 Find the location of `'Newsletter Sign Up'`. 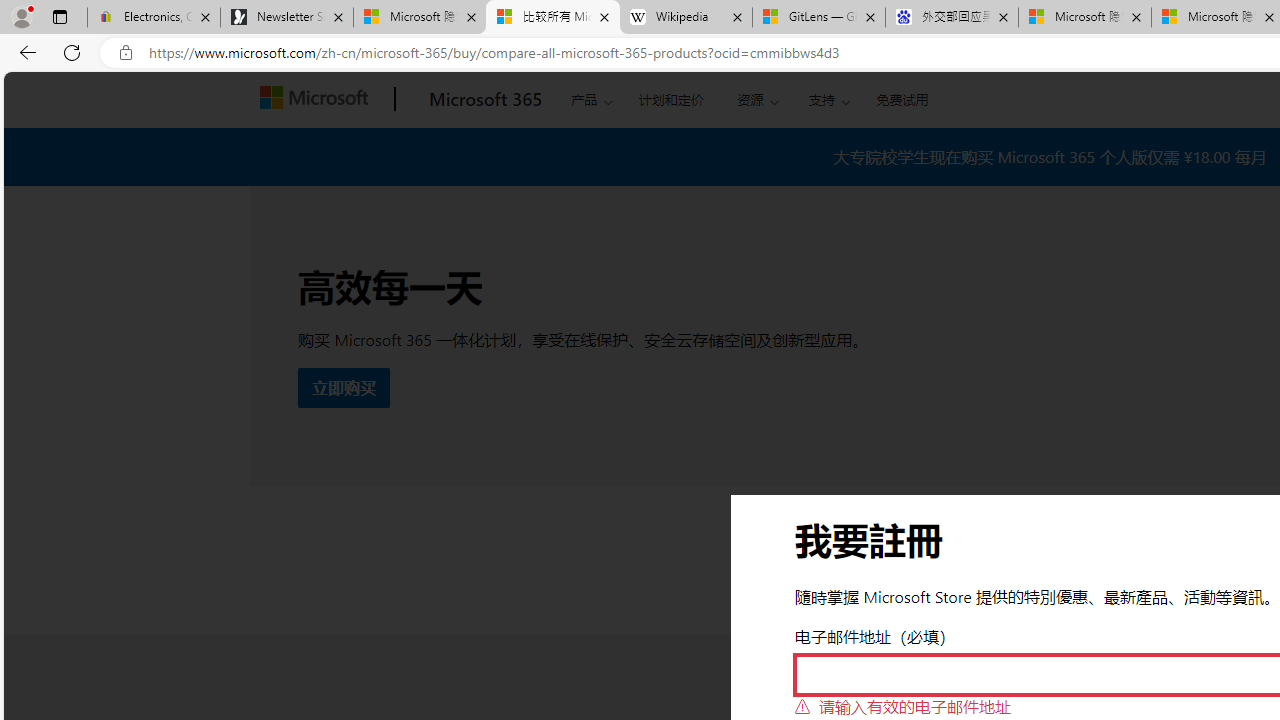

'Newsletter Sign Up' is located at coordinates (286, 17).